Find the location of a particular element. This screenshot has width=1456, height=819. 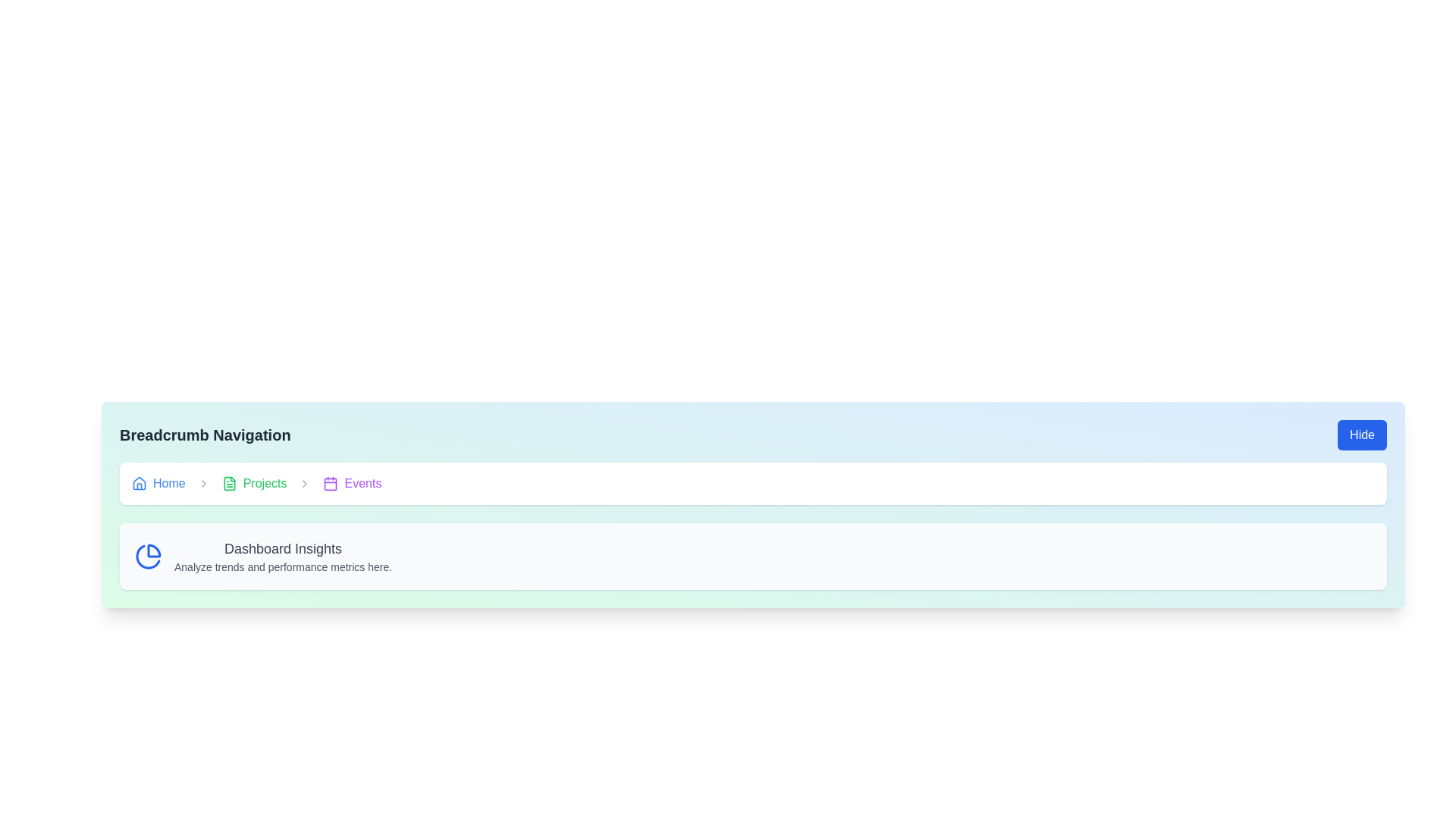

the document icon styled with a green color palette located next to the 'Projects' text in the breadcrumb navigation bar is located at coordinates (228, 483).